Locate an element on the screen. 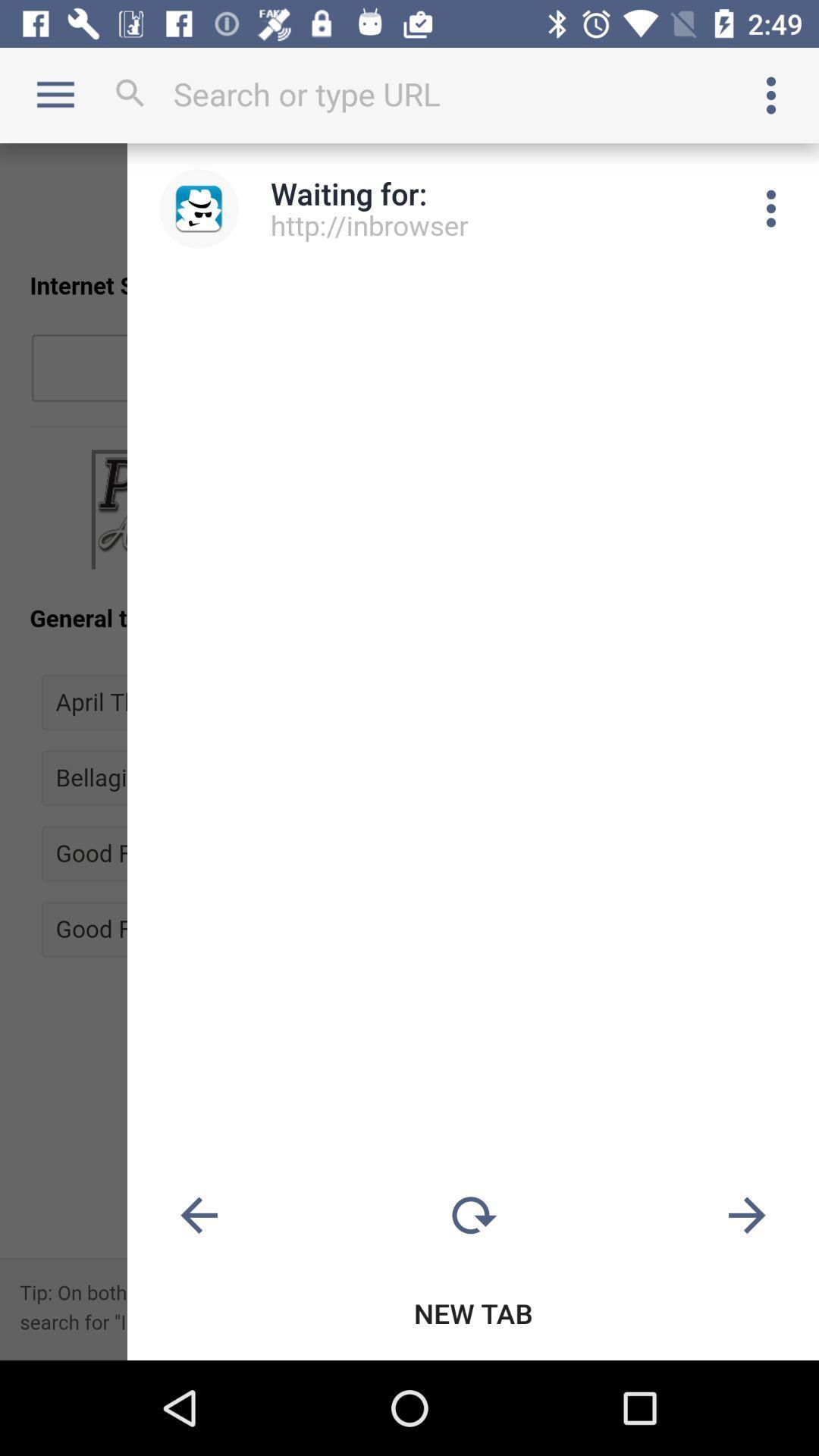 The height and width of the screenshot is (1456, 819). open menu is located at coordinates (771, 208).